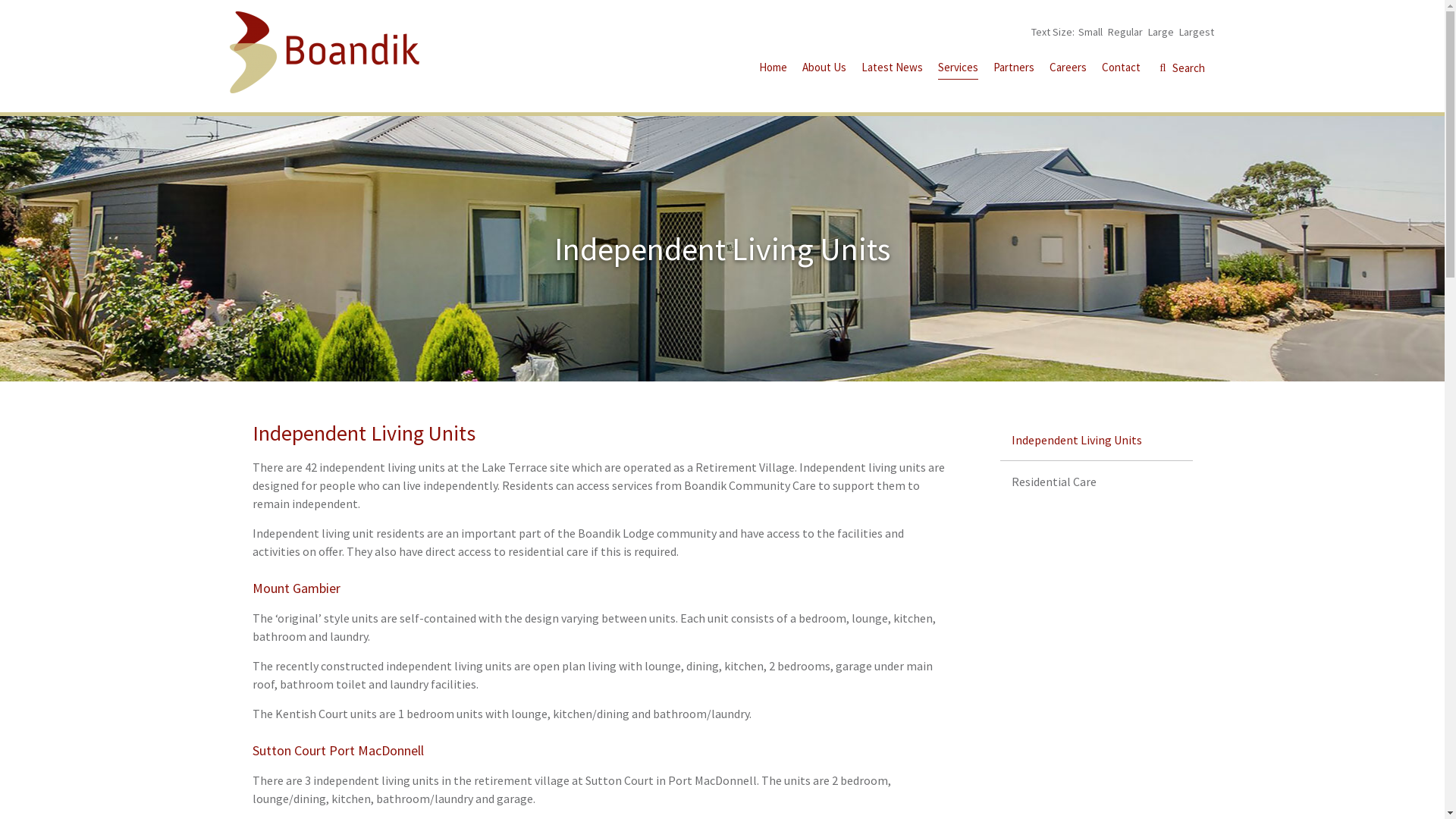 This screenshot has height=819, width=1456. Describe the element at coordinates (228, 52) in the screenshot. I see `'Boandik'` at that location.